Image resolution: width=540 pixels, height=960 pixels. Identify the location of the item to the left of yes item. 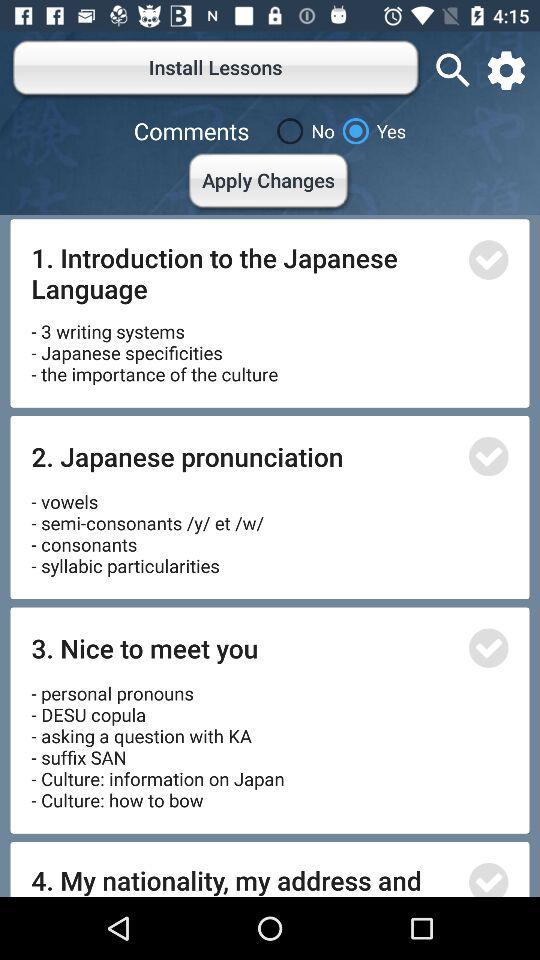
(301, 130).